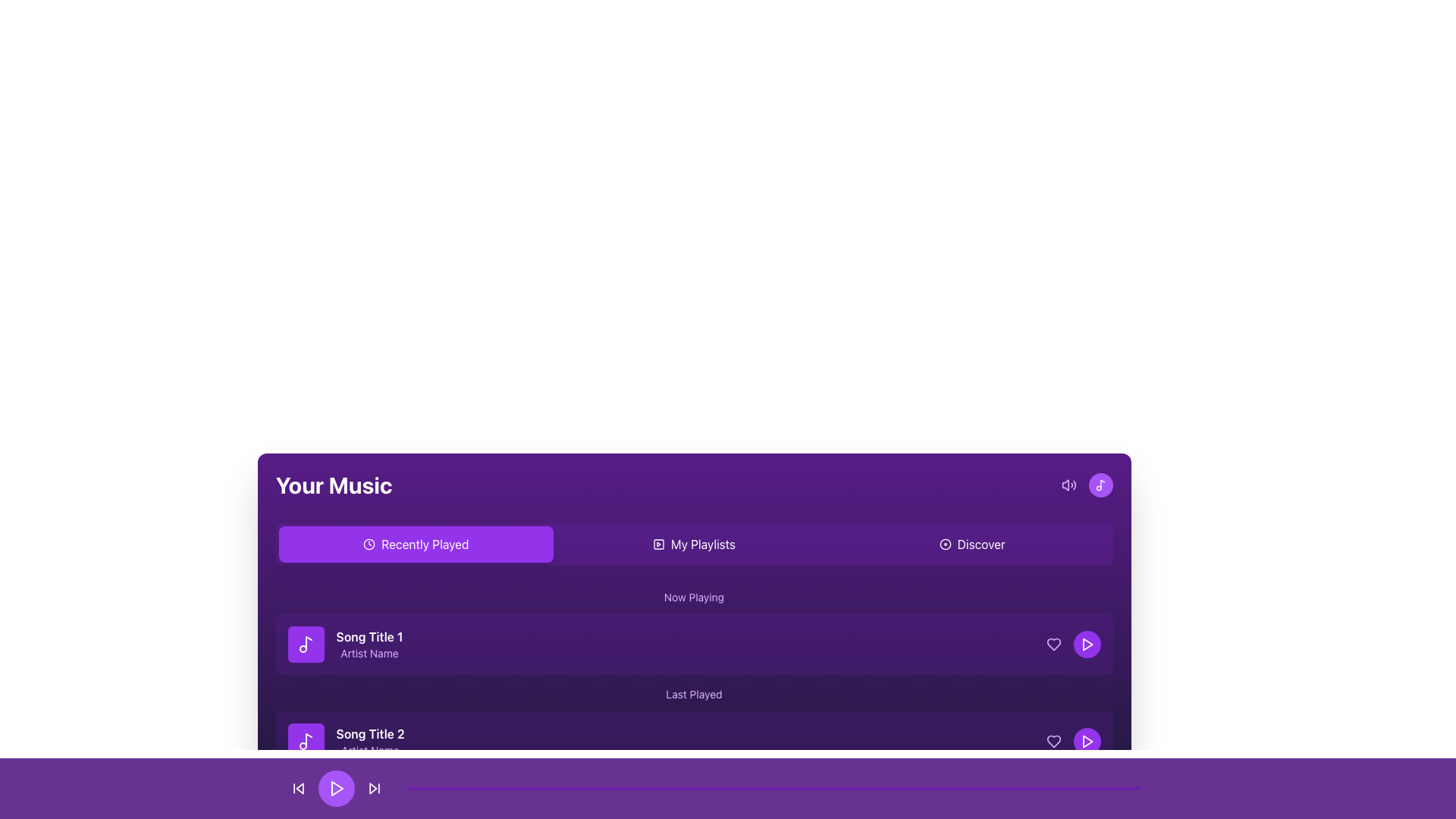 The image size is (1456, 819). Describe the element at coordinates (370, 751) in the screenshot. I see `artist name displayed in the static text label located below 'Song Title 2' in the second item of the vertically listed song collection` at that location.